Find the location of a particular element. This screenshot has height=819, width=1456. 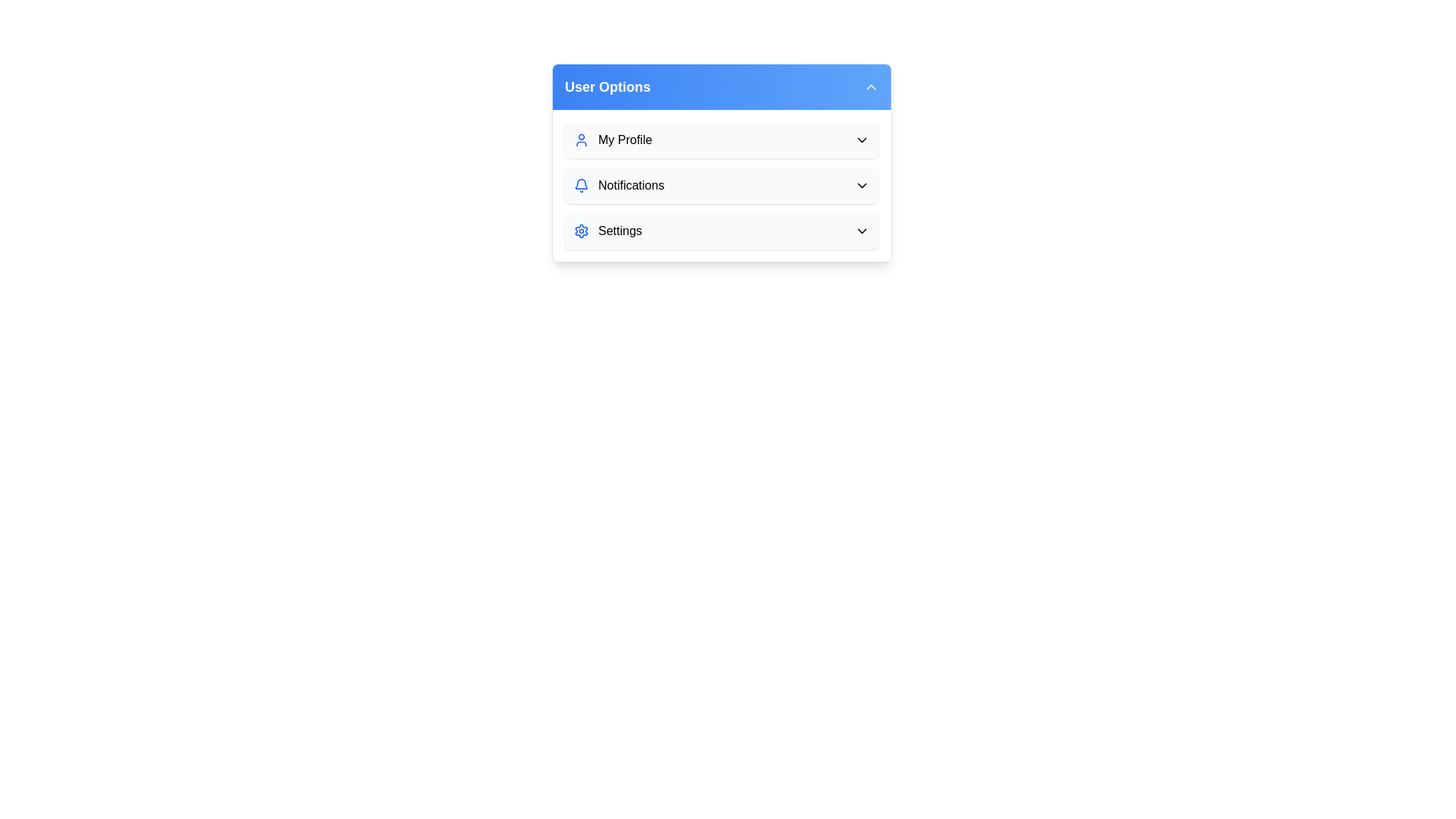

the blue gear icon representing 'Settings' located at the bottom of the 'User Options' panel to use it as an indicator for settings is located at coordinates (581, 231).